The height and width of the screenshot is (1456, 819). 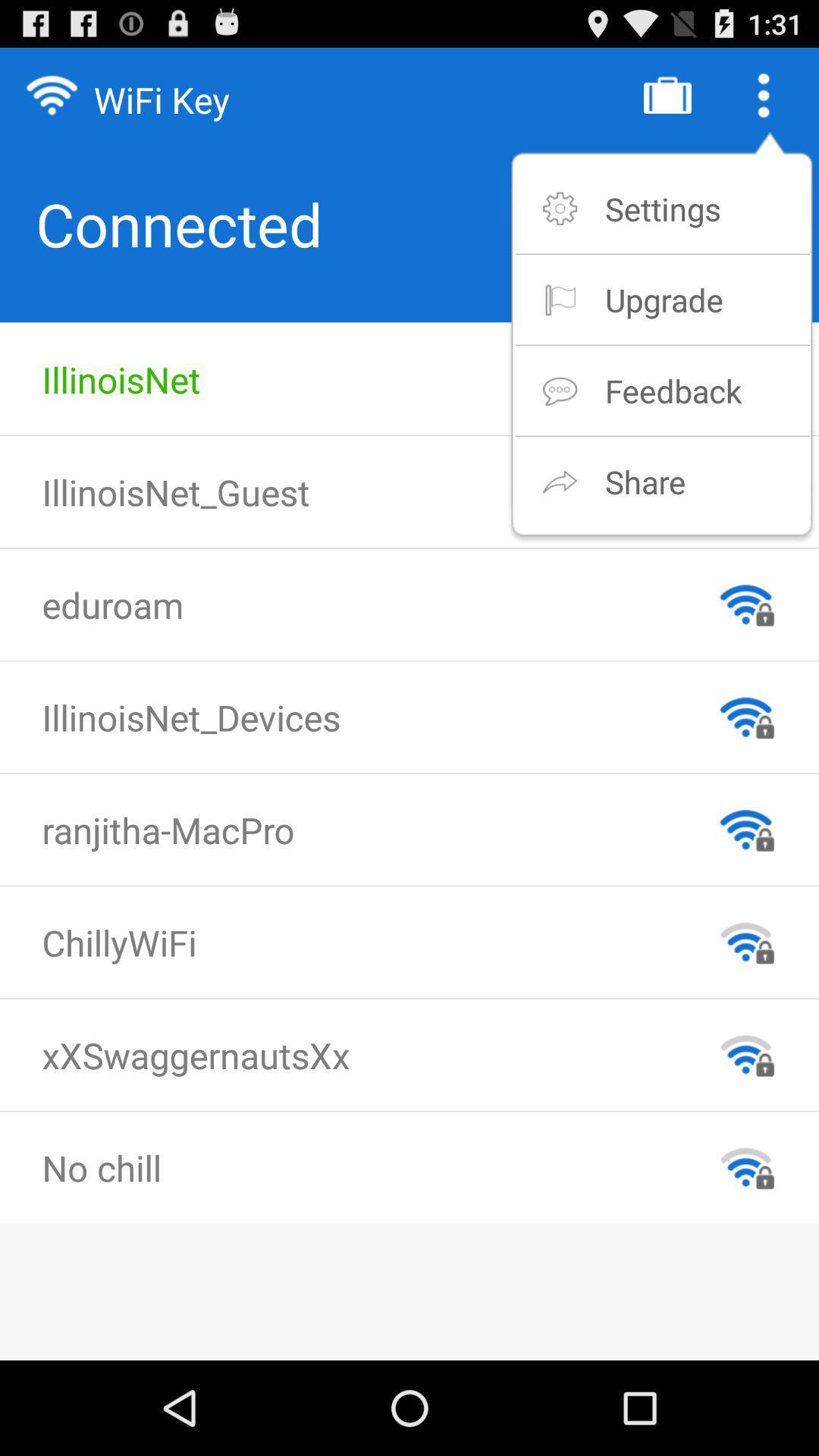 What do you see at coordinates (662, 208) in the screenshot?
I see `settings` at bounding box center [662, 208].